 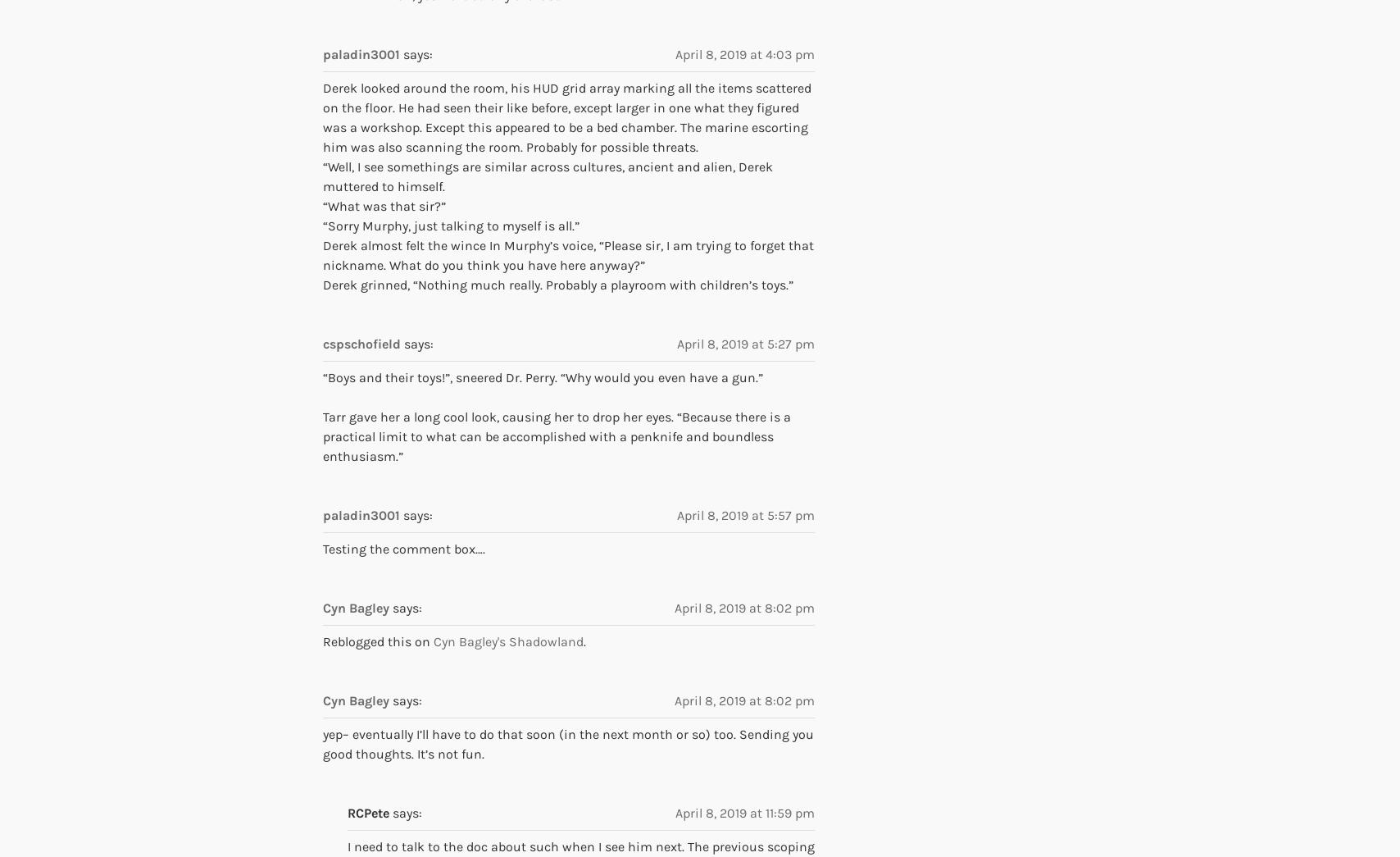 What do you see at coordinates (361, 343) in the screenshot?
I see `'cspschofield'` at bounding box center [361, 343].